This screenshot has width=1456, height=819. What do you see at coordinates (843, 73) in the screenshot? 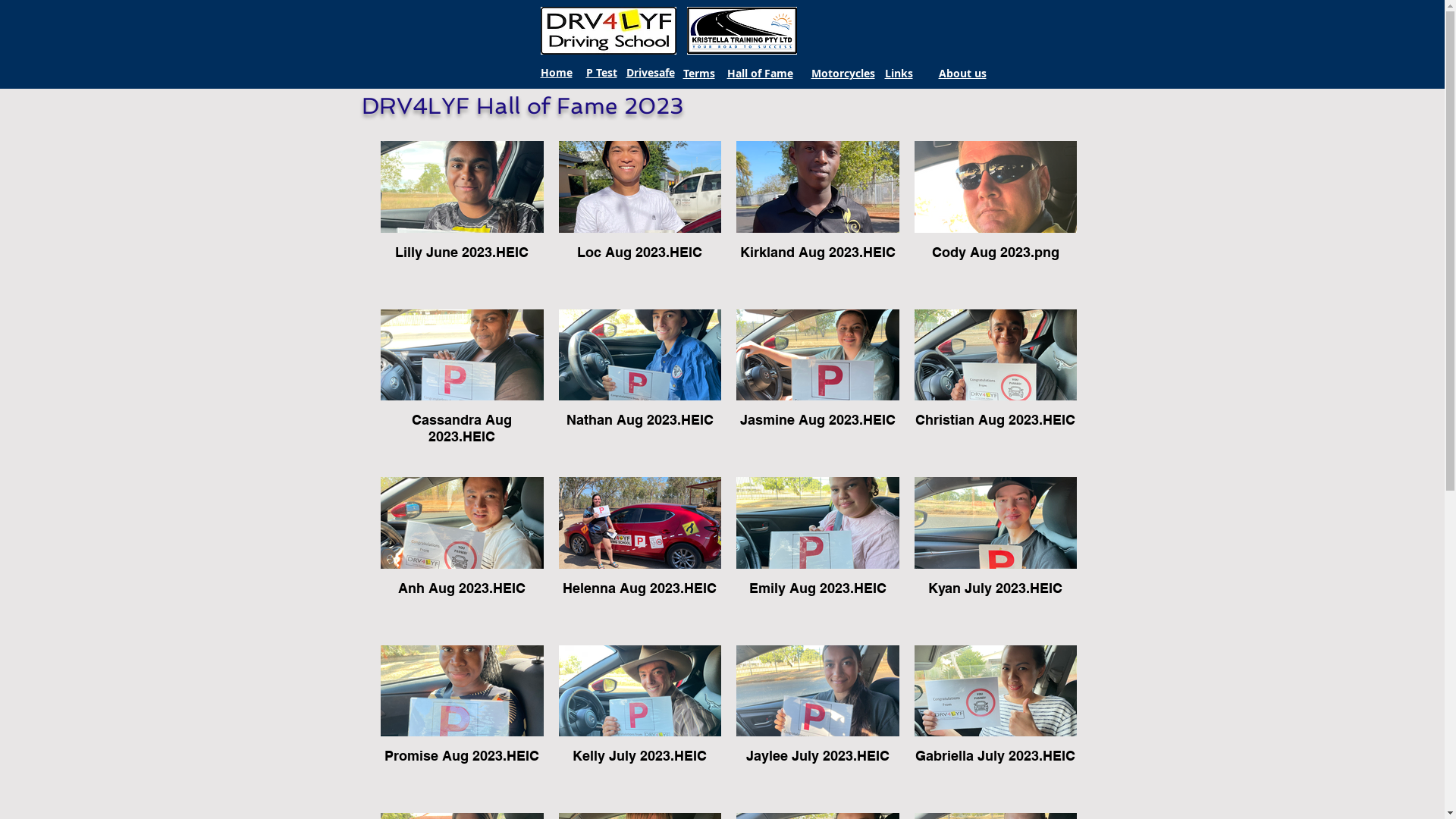
I see `'Motorcycles'` at bounding box center [843, 73].